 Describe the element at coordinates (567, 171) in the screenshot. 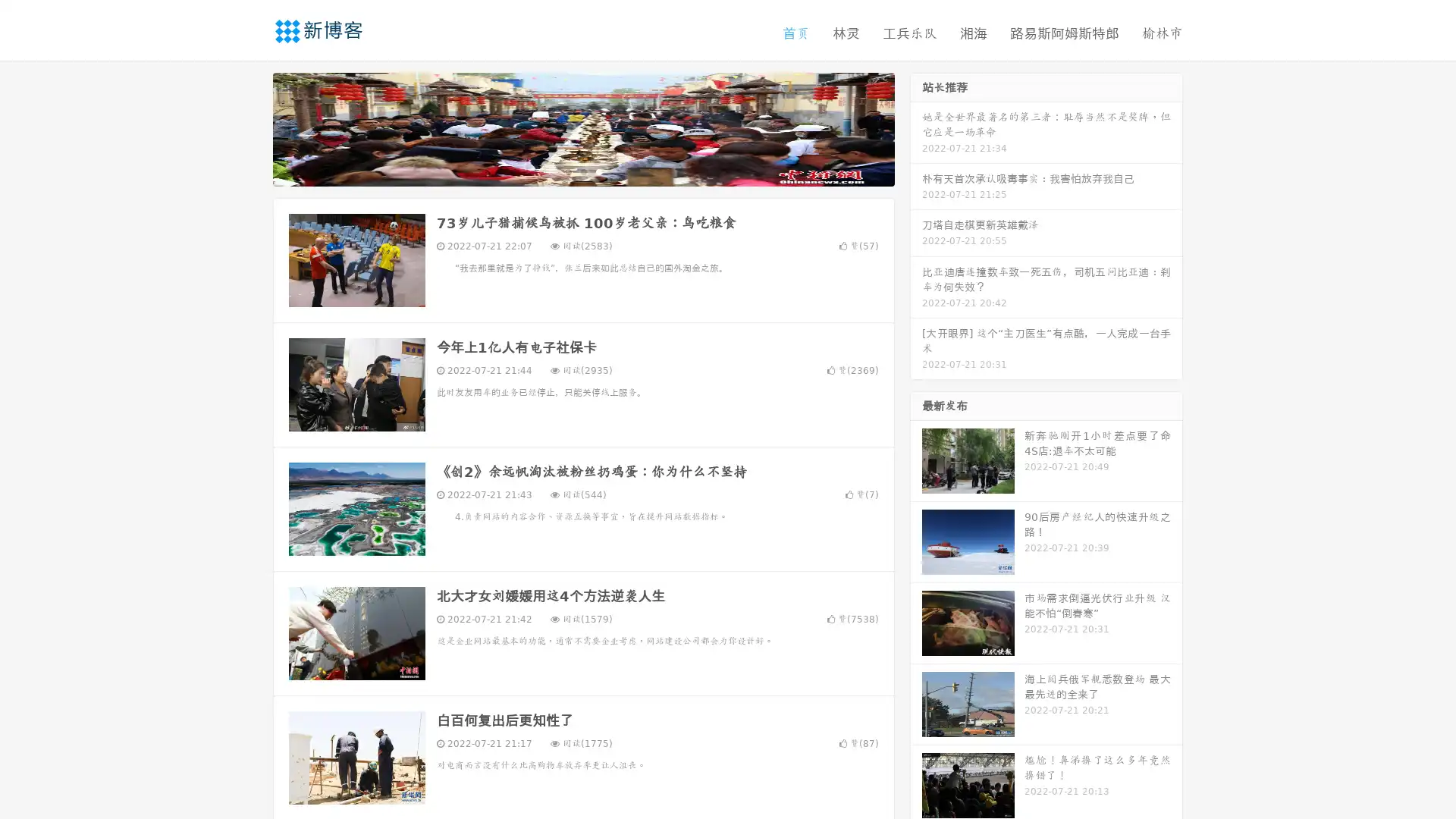

I see `Go to slide 1` at that location.